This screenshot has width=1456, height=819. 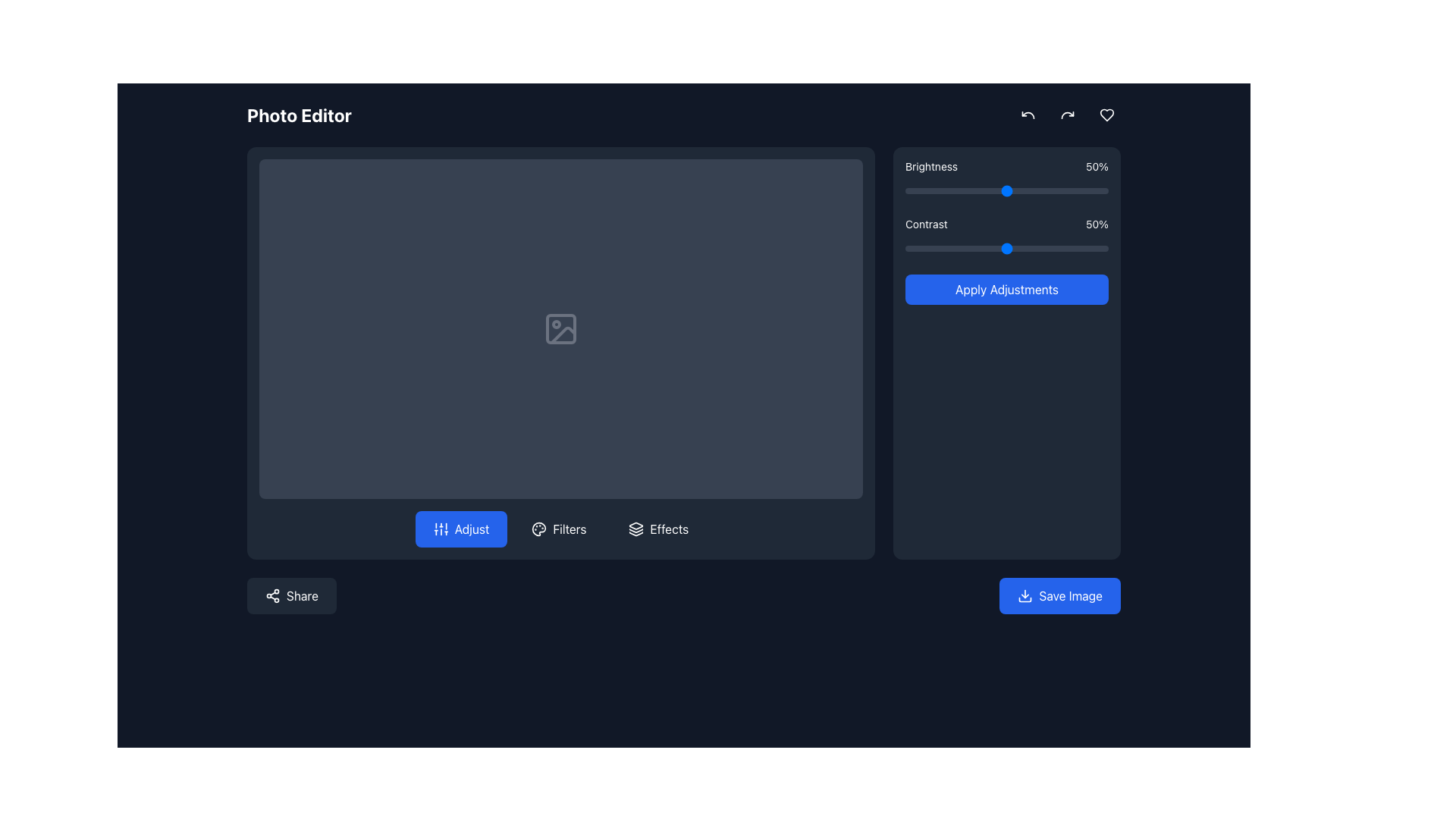 I want to click on the contrast, so click(x=1103, y=247).